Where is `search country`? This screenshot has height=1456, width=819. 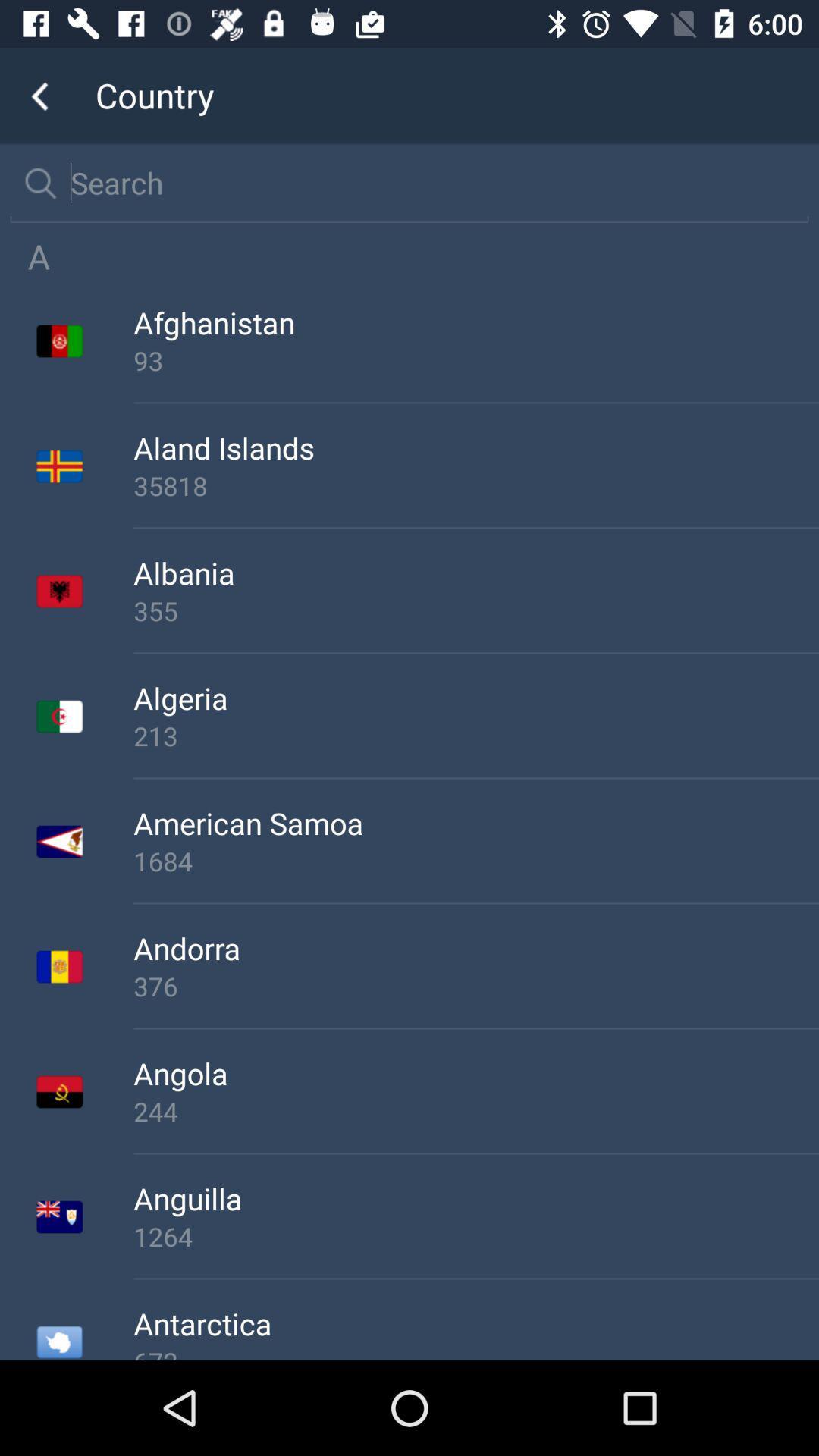
search country is located at coordinates (429, 182).